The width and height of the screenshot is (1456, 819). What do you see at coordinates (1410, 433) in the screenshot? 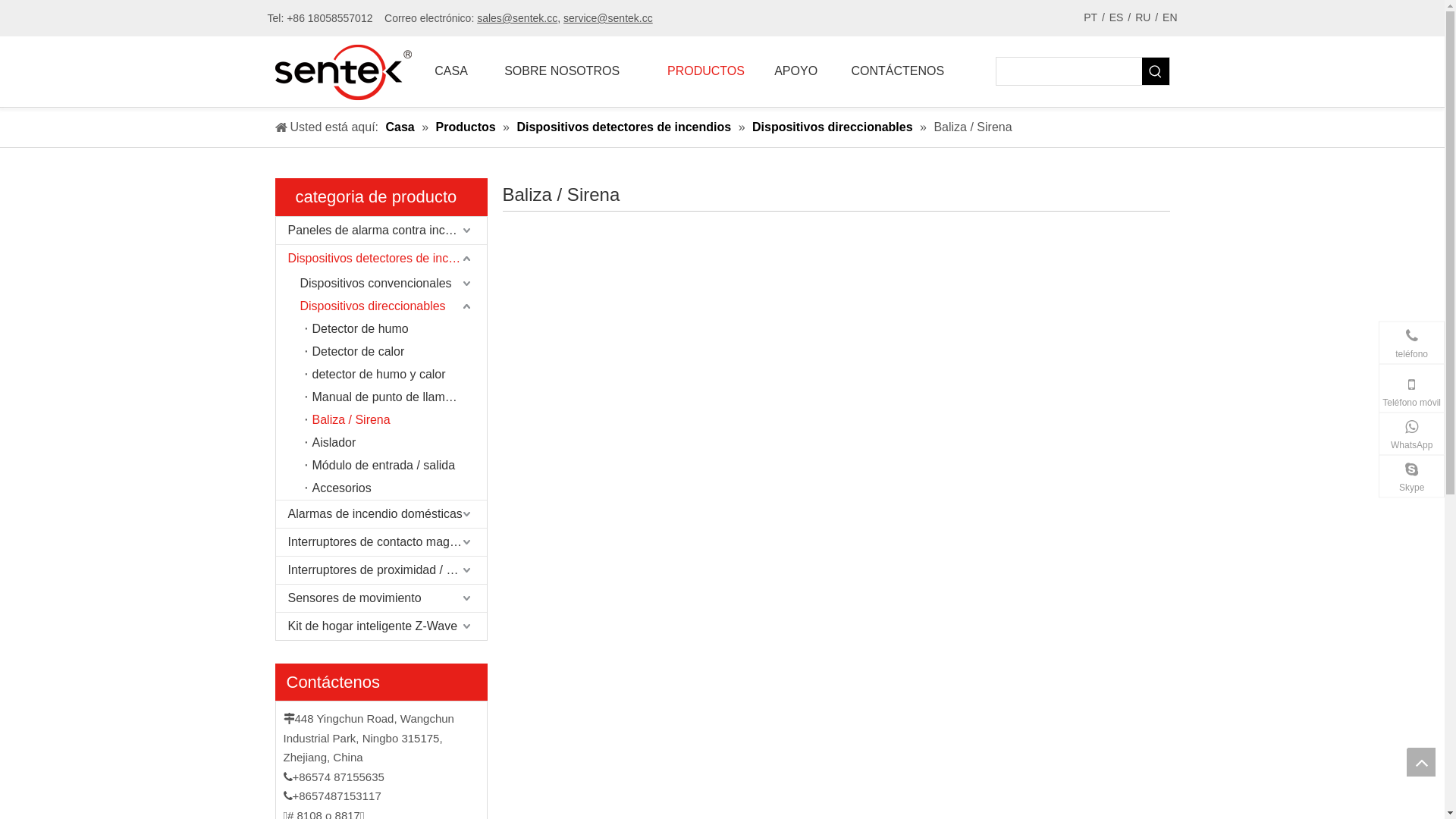
I see `'WhatsApp'` at bounding box center [1410, 433].